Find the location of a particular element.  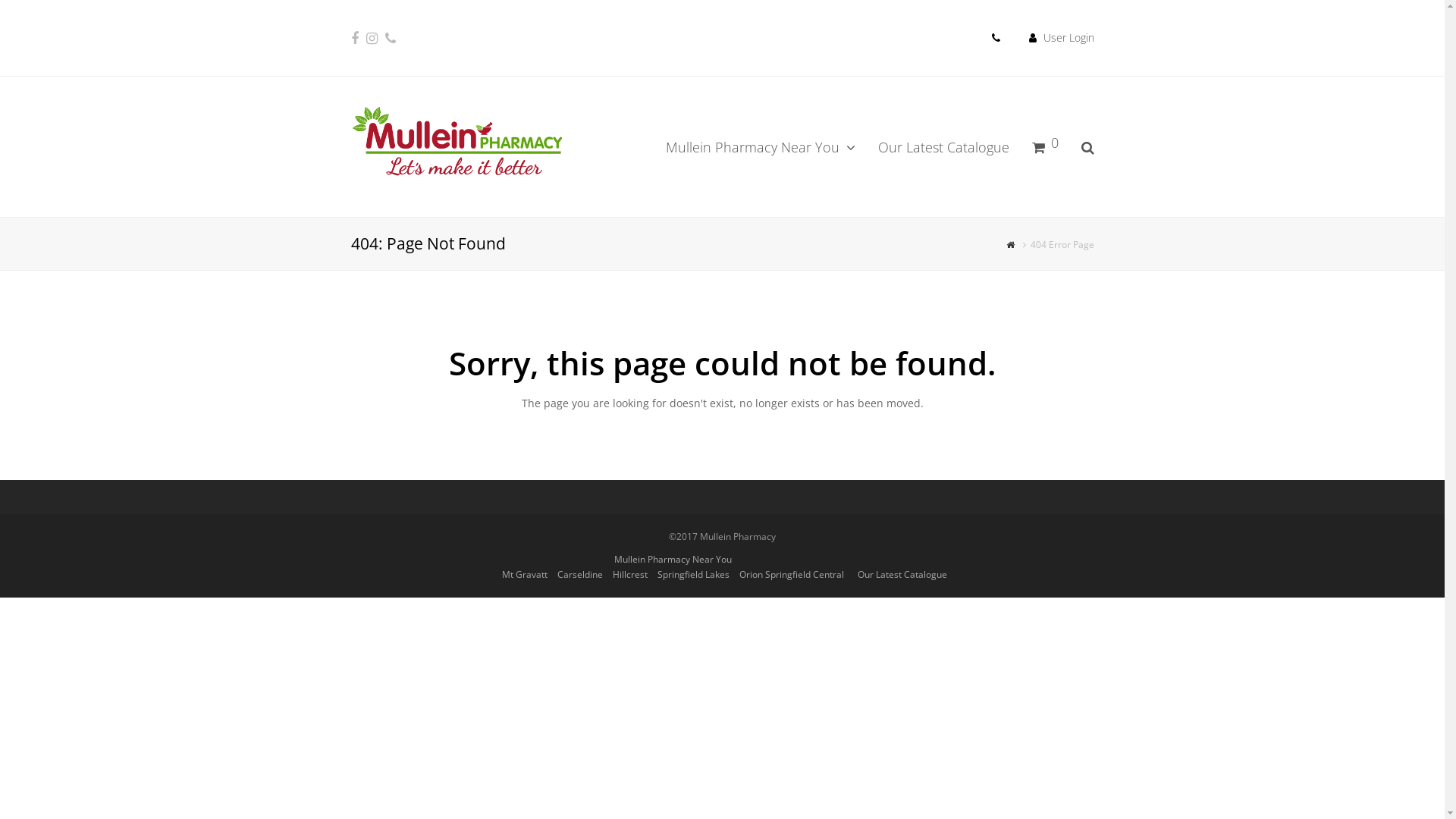

'Our Latest Catalogue' is located at coordinates (942, 146).